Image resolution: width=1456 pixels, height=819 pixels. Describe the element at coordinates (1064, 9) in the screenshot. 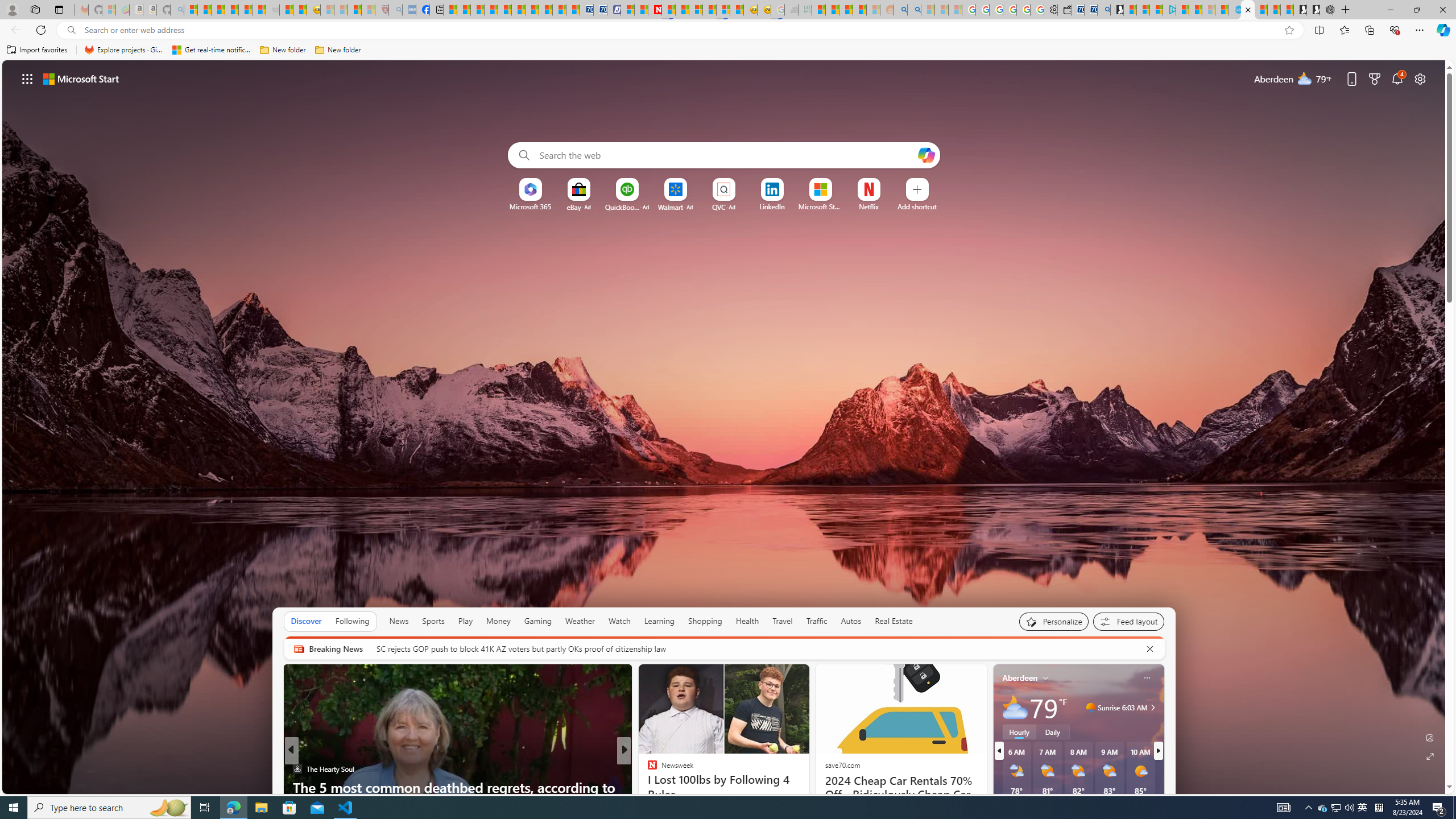

I see `'Wallet'` at that location.